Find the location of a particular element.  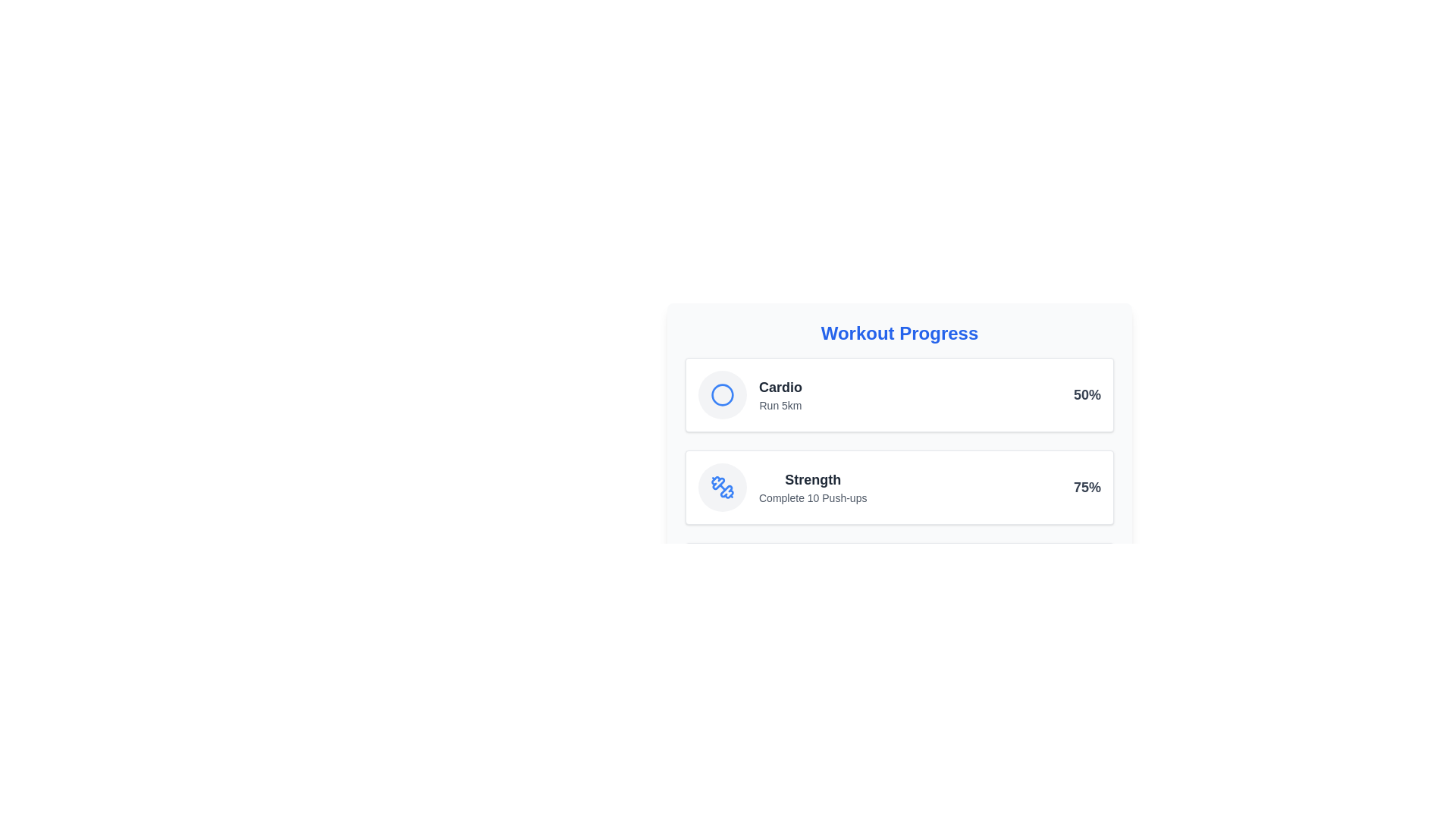

the blue SVG graphic icon depicting intertwined curves located in the left-side icon area beside the text 'Strength' in the workout progress card is located at coordinates (726, 491).